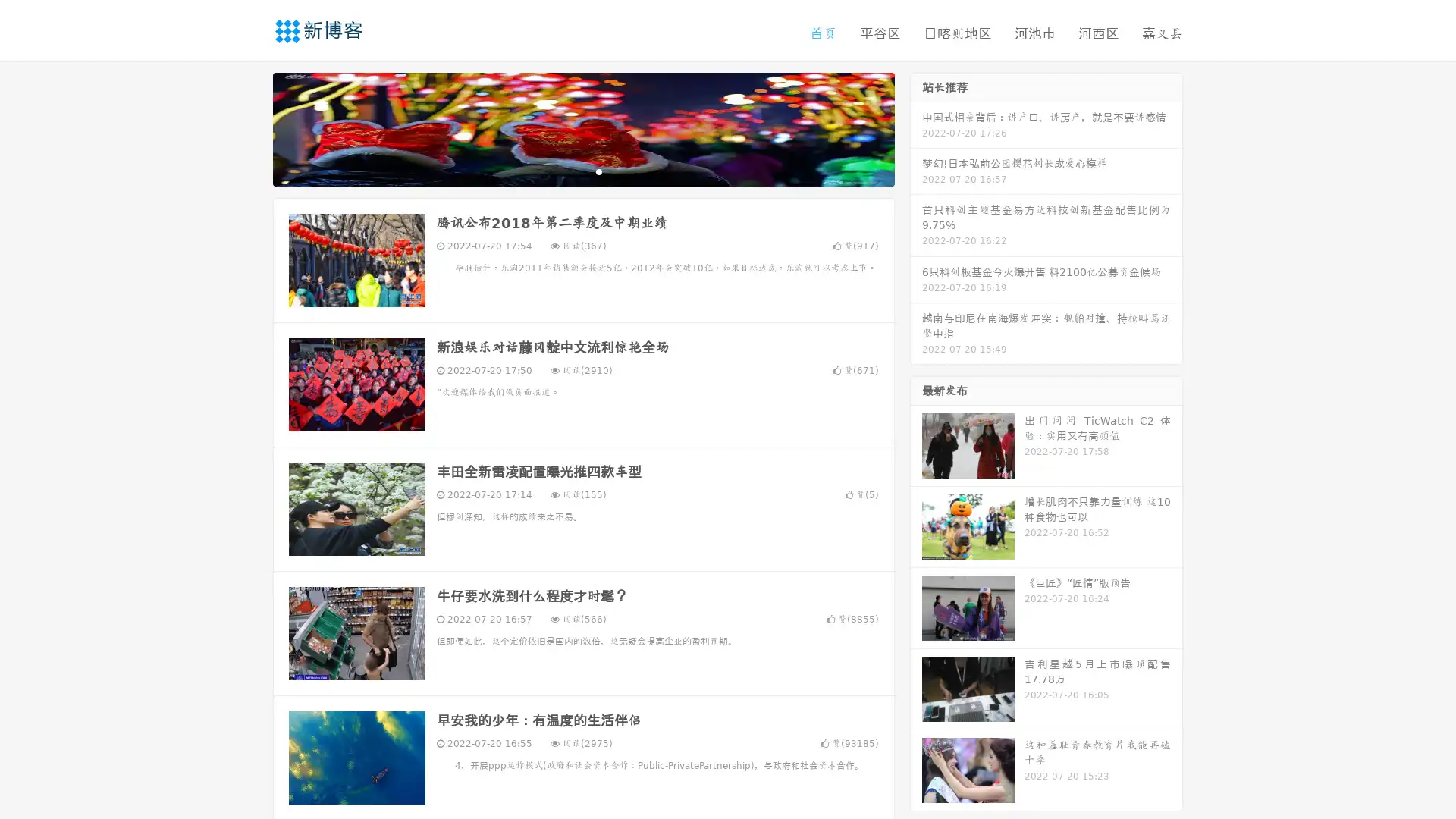 Image resolution: width=1456 pixels, height=819 pixels. I want to click on Previous slide, so click(250, 127).